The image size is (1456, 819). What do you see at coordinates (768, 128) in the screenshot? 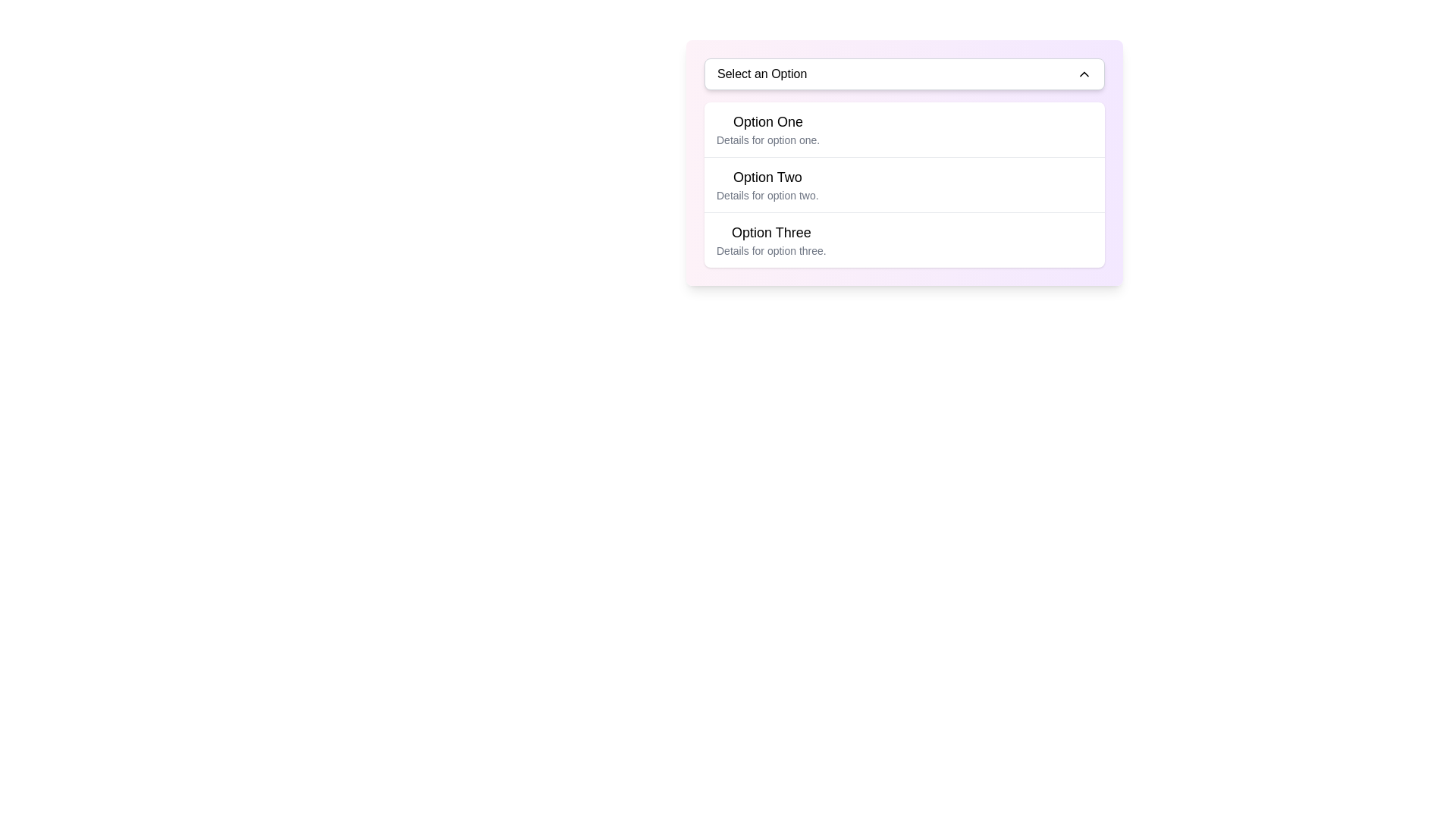
I see `the 'Option One' dropdown menu option, which is the first choice in the list under the 'Select an Option' field` at bounding box center [768, 128].